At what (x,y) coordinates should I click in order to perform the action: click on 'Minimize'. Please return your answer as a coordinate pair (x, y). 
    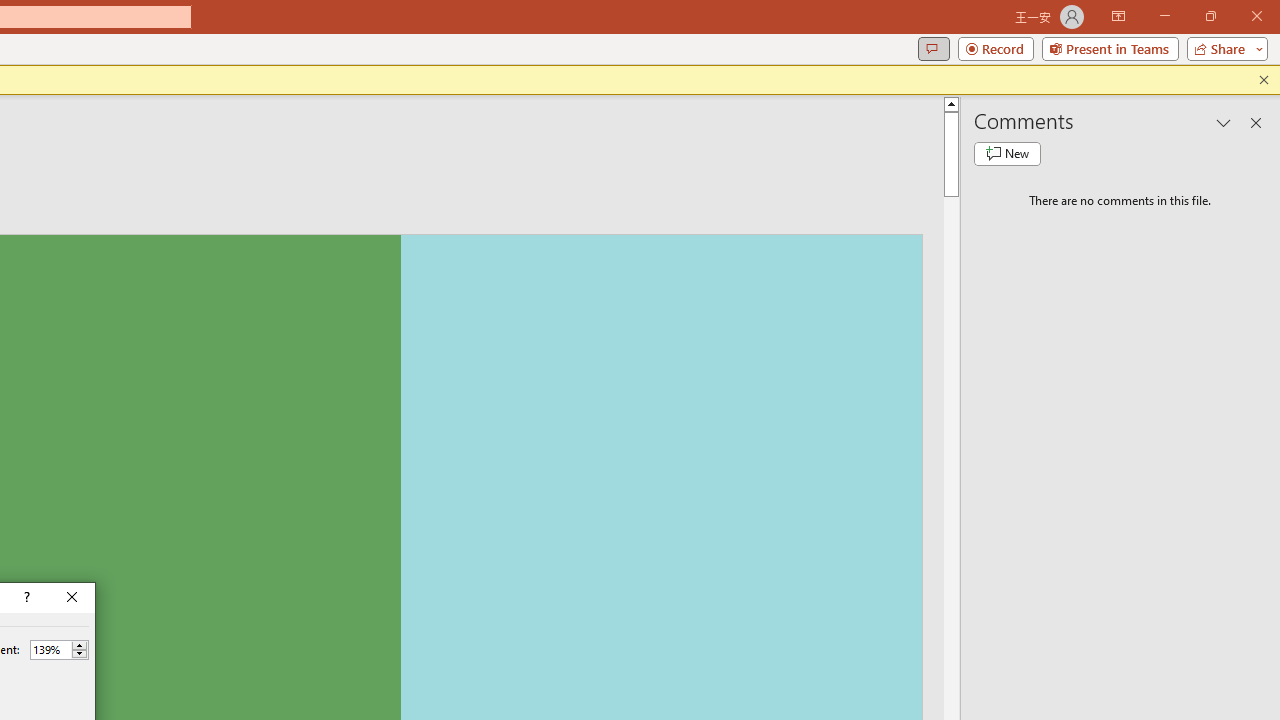
    Looking at the image, I should click on (1164, 16).